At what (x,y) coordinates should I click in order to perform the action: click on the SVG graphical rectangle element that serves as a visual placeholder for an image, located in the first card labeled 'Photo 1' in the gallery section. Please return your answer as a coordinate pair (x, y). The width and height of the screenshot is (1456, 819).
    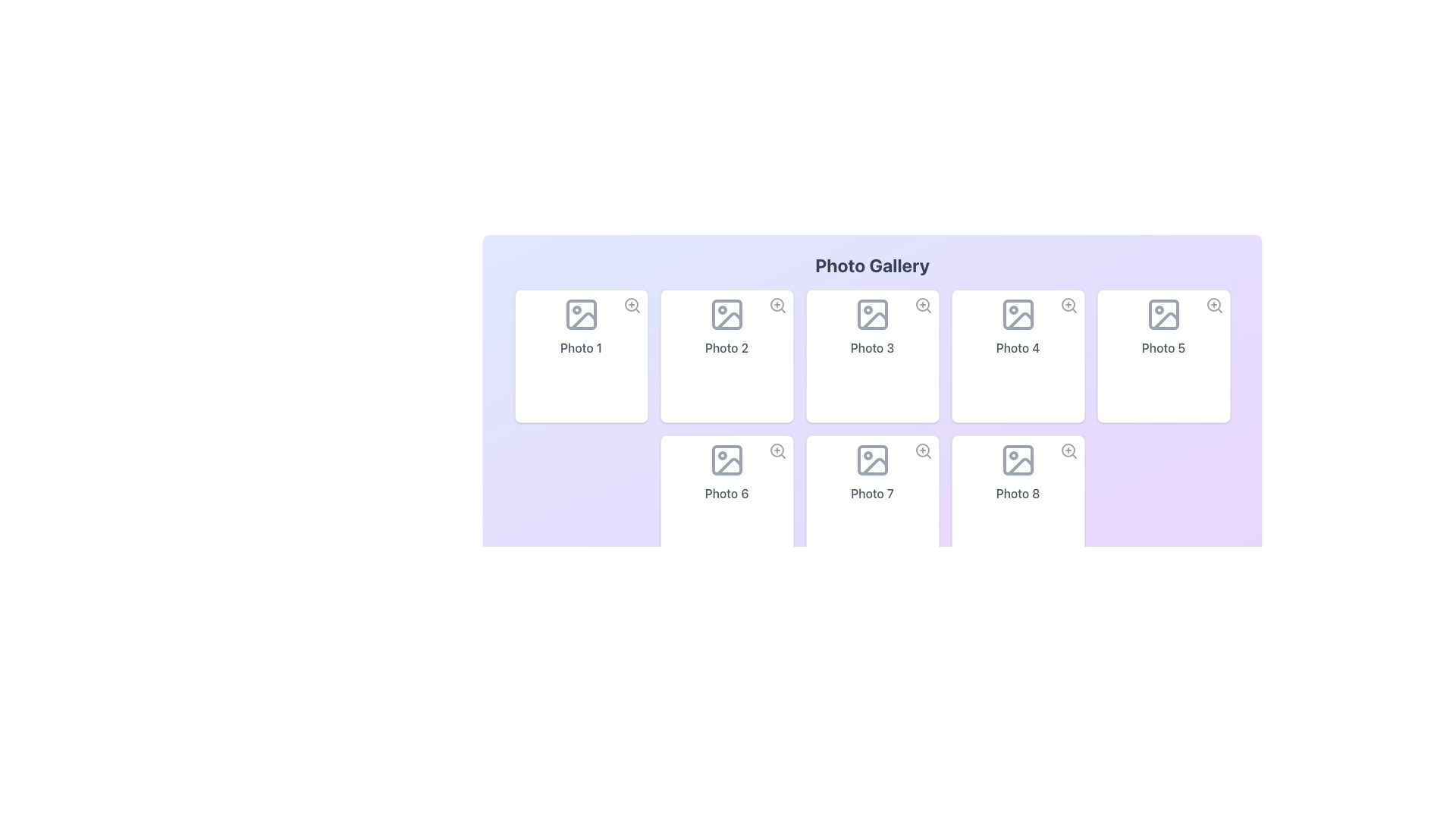
    Looking at the image, I should click on (580, 314).